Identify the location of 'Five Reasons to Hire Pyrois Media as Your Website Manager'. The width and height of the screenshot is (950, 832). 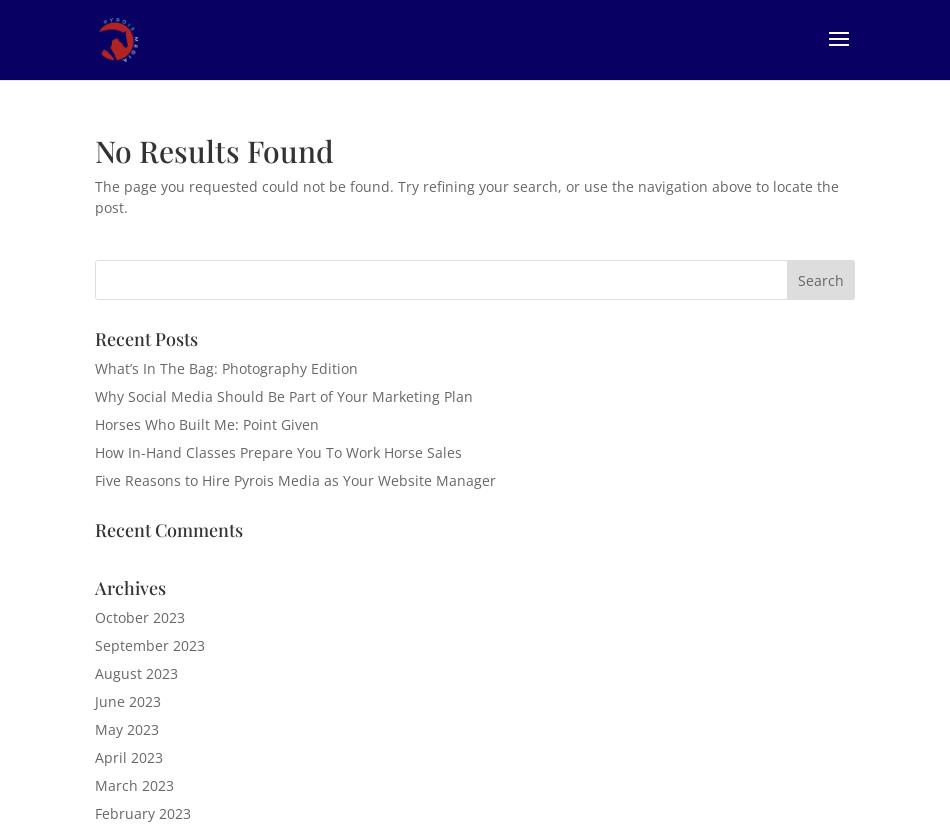
(294, 479).